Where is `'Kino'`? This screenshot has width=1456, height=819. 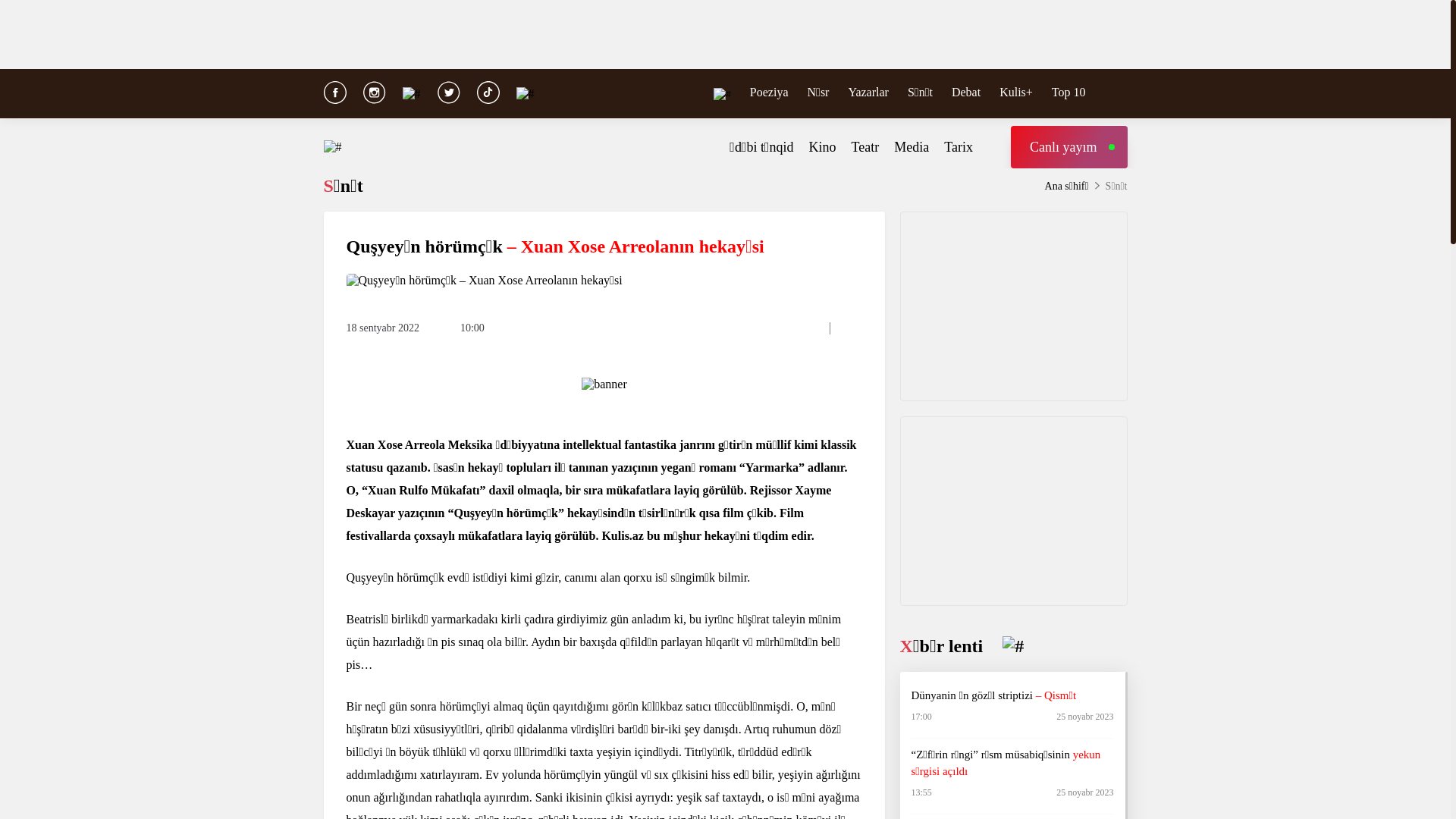 'Kino' is located at coordinates (821, 147).